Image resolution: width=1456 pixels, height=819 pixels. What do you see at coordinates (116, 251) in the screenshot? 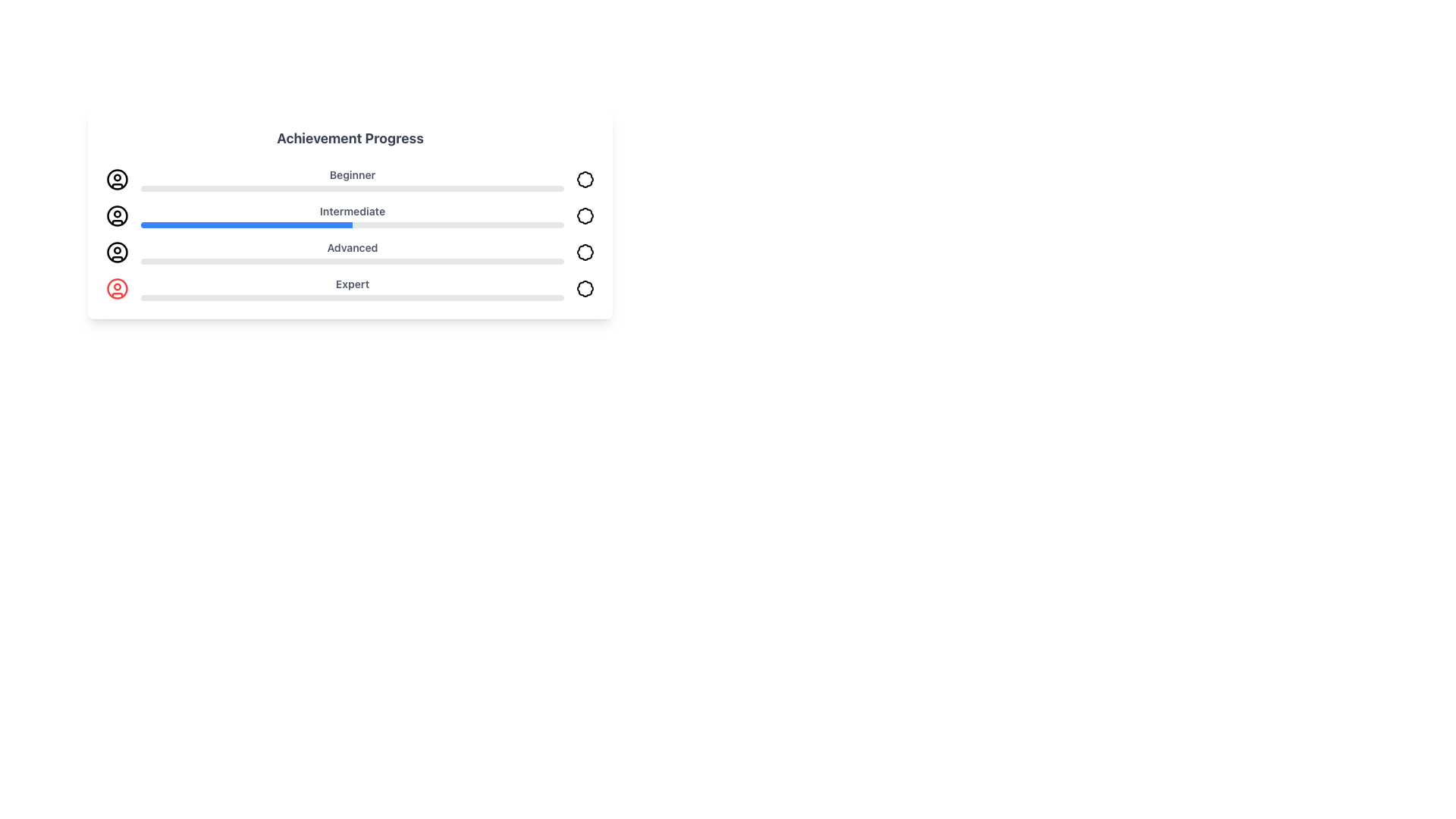
I see `the SVG circle that represents the third user icon in the vertical sequence of four user icons in the 'Advanced' category` at bounding box center [116, 251].